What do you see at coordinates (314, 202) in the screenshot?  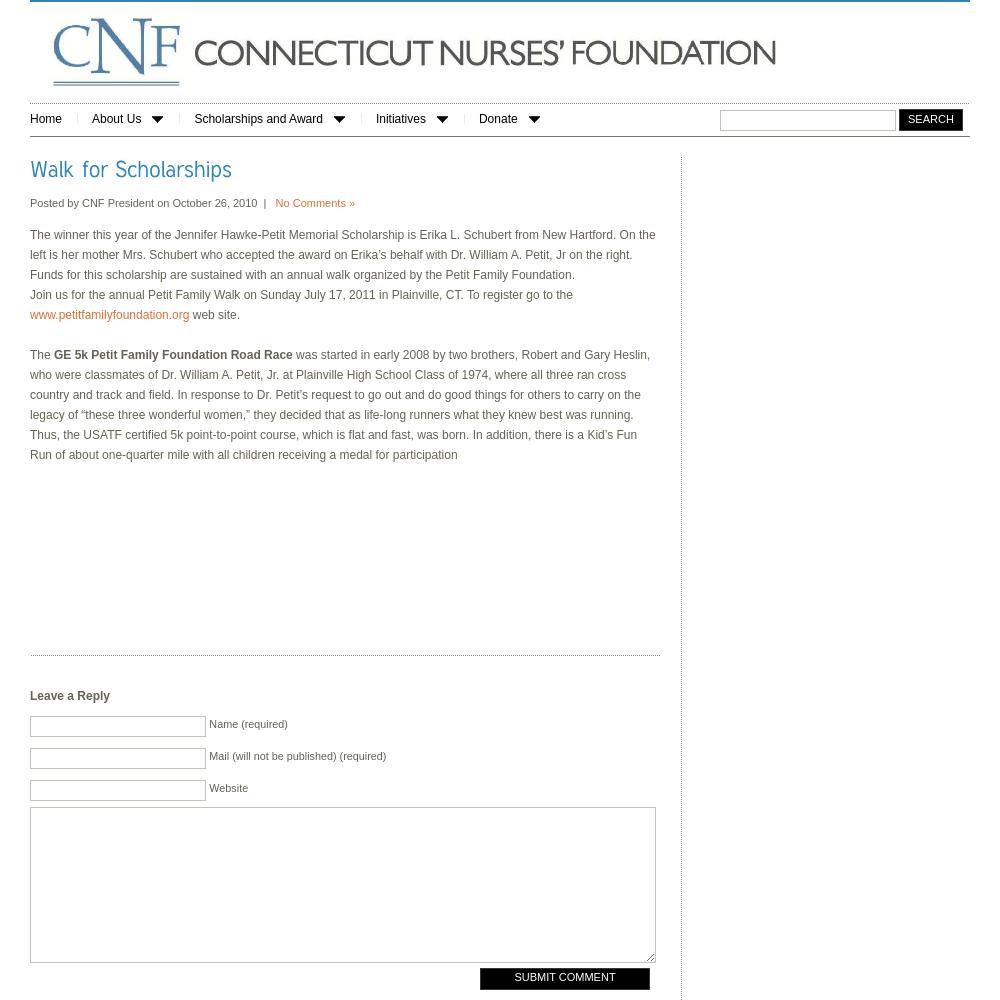 I see `'No Comments »'` at bounding box center [314, 202].